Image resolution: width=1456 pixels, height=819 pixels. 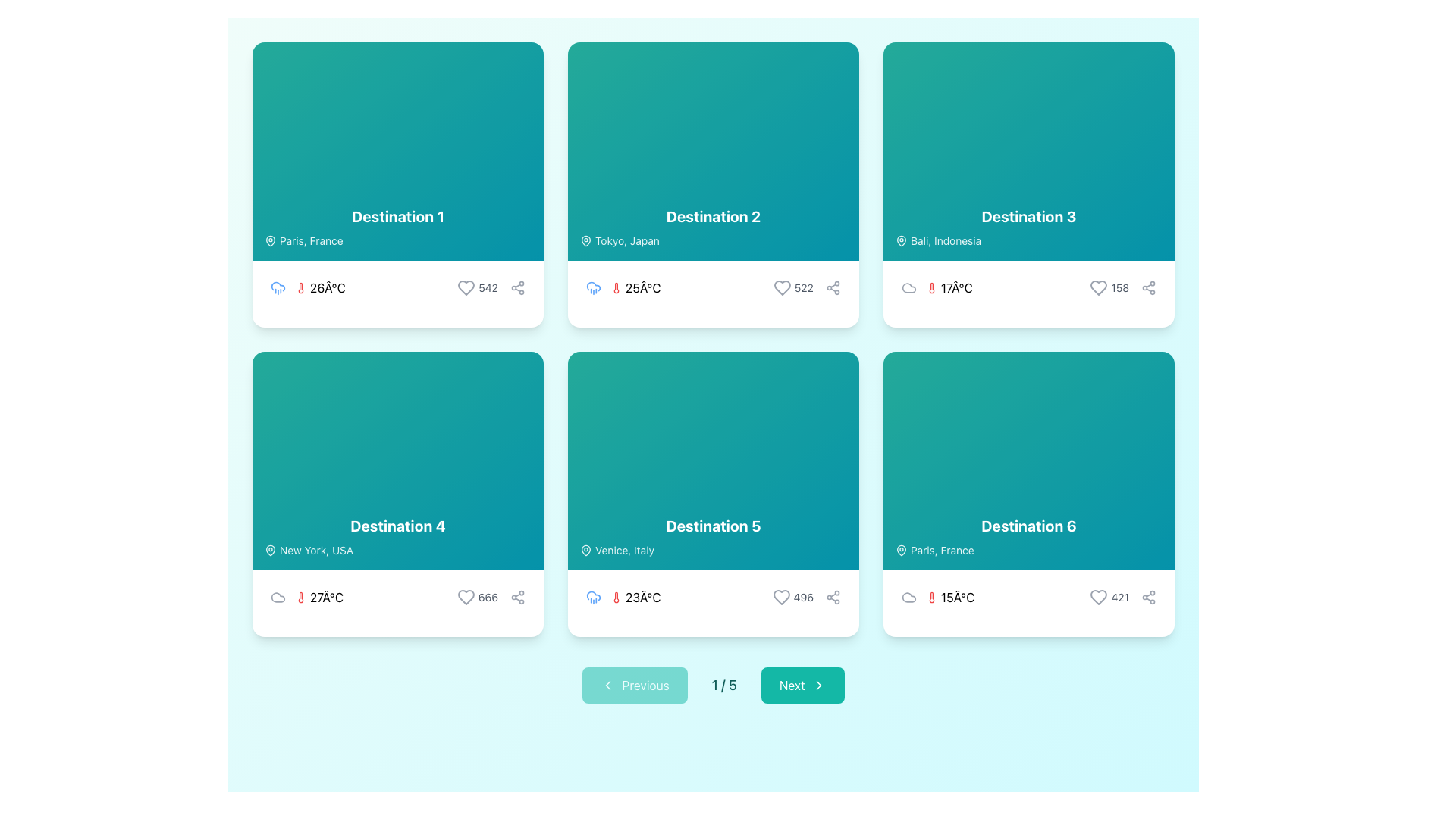 I want to click on temperature value displayed in the bottom-left section of the 'Destination 6' card, which is the third entry after a gray cloud icon and before a heart icon, so click(x=937, y=596).